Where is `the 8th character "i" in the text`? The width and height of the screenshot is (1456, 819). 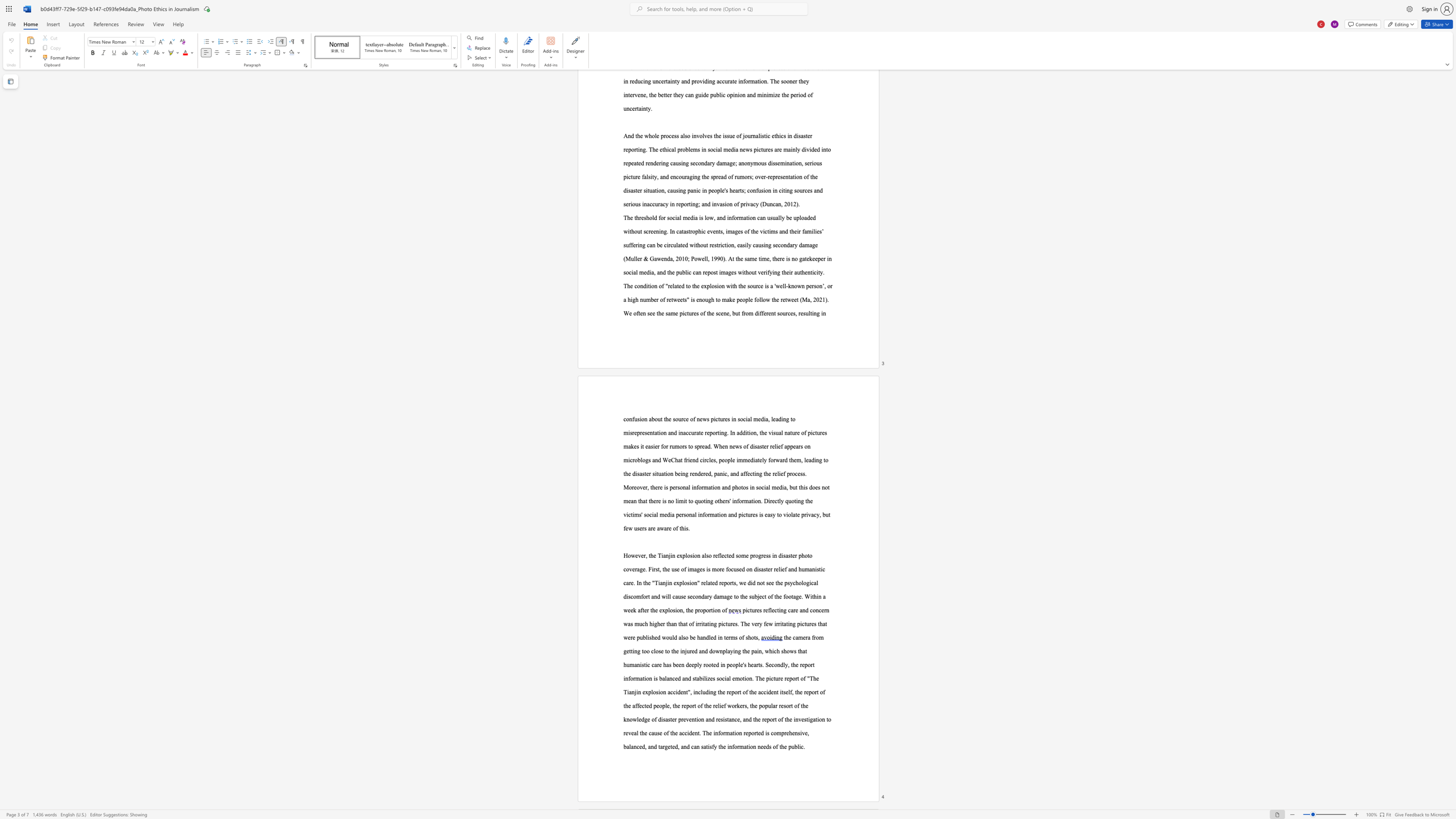
the 8th character "i" in the text is located at coordinates (658, 432).